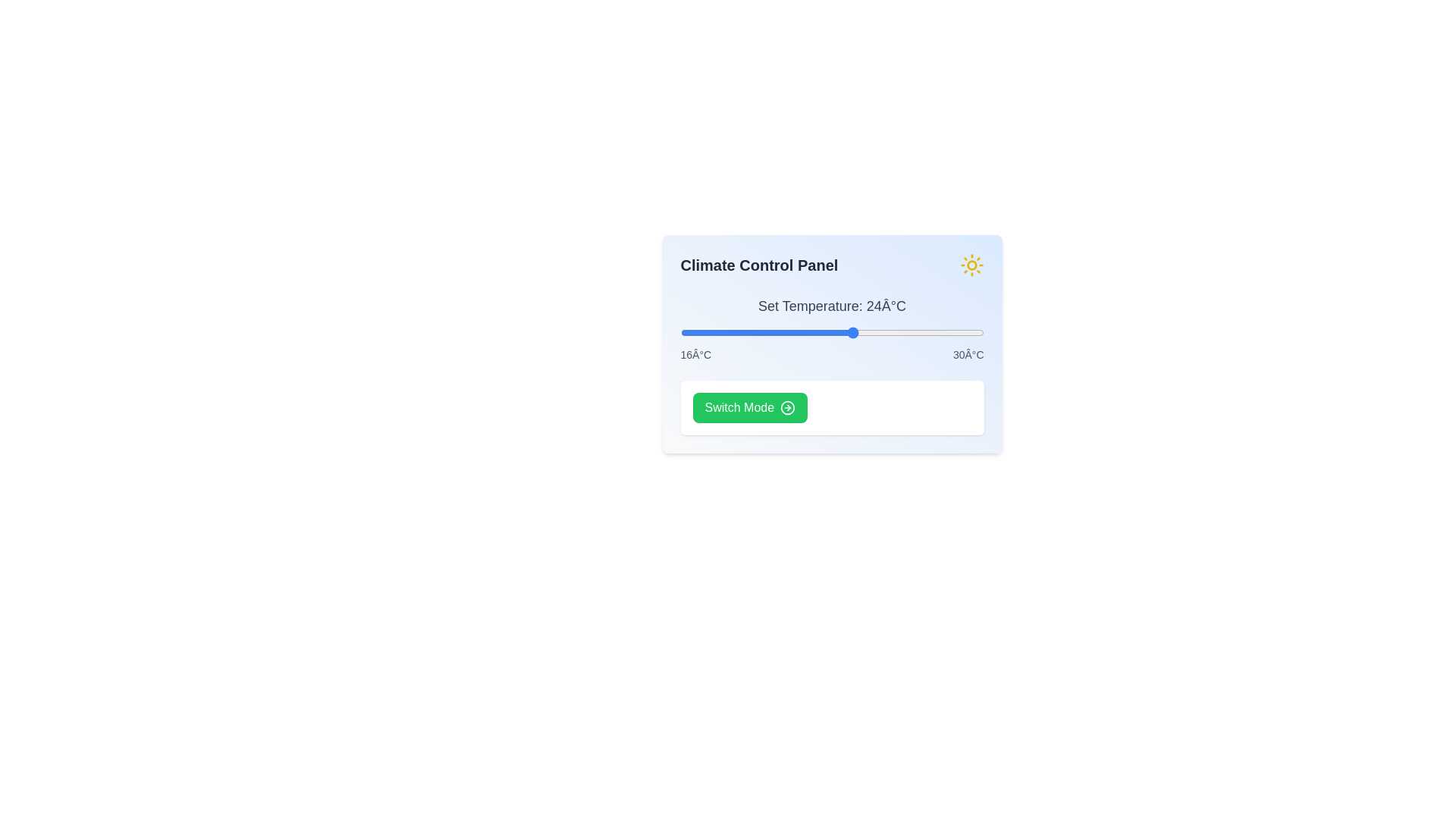 The image size is (1456, 819). What do you see at coordinates (745, 332) in the screenshot?
I see `the temperature` at bounding box center [745, 332].